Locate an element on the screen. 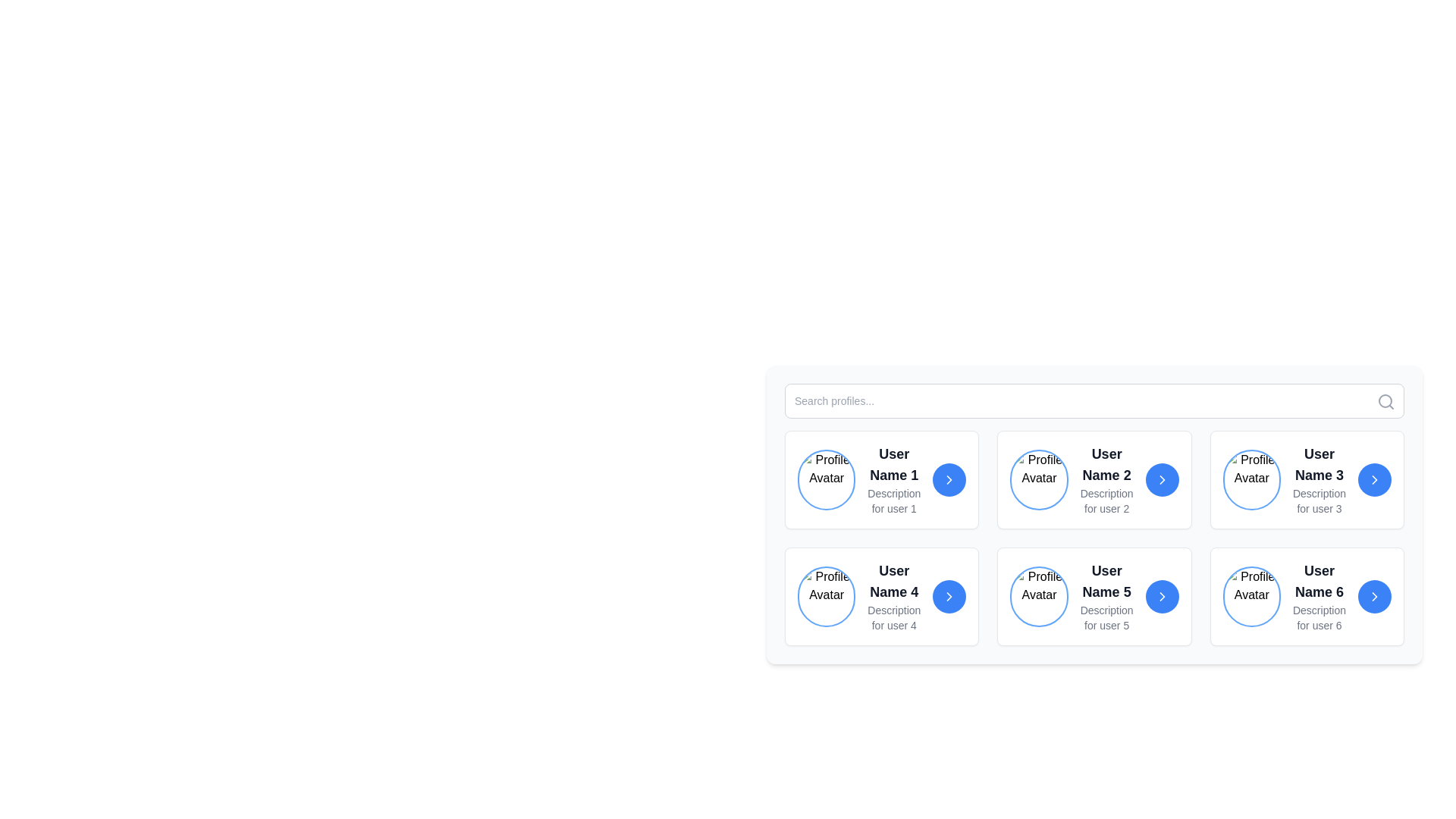  the Text Display containing 'User Name 3' and 'Description for user 3', located to the right of the profile avatar is located at coordinates (1318, 479).